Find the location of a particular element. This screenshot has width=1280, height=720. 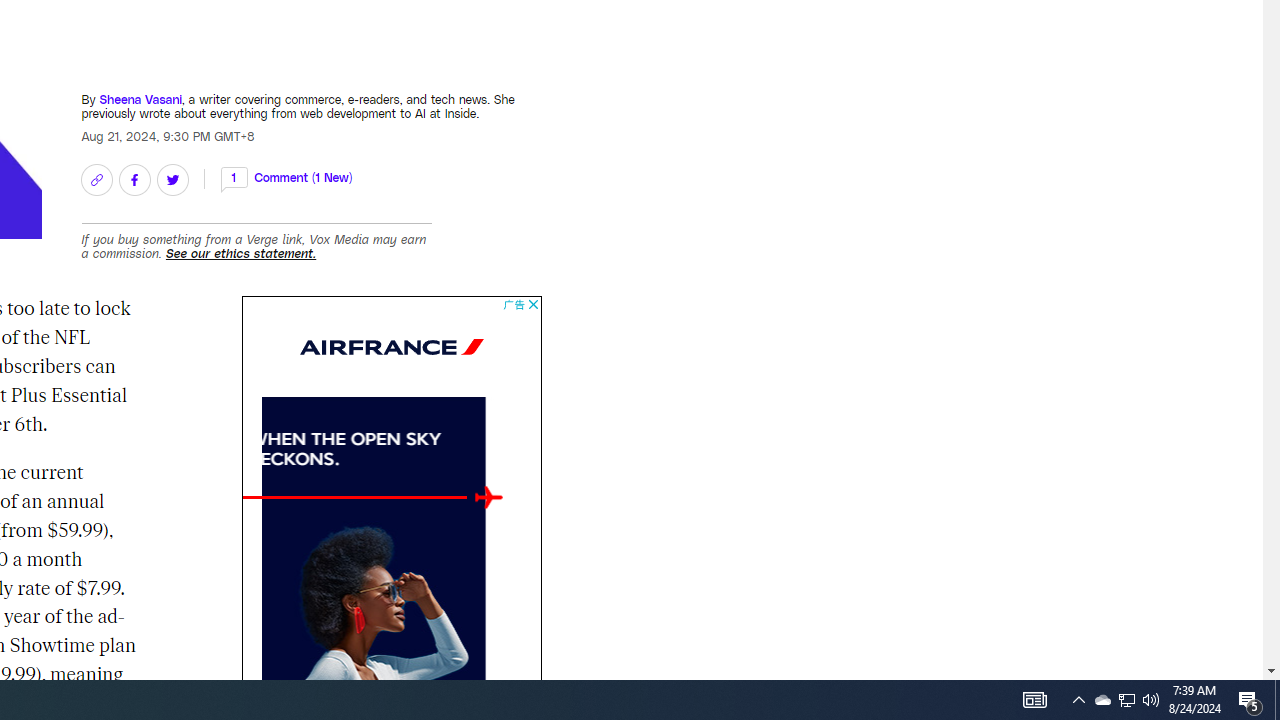

'Share on Twitter' is located at coordinates (172, 178).